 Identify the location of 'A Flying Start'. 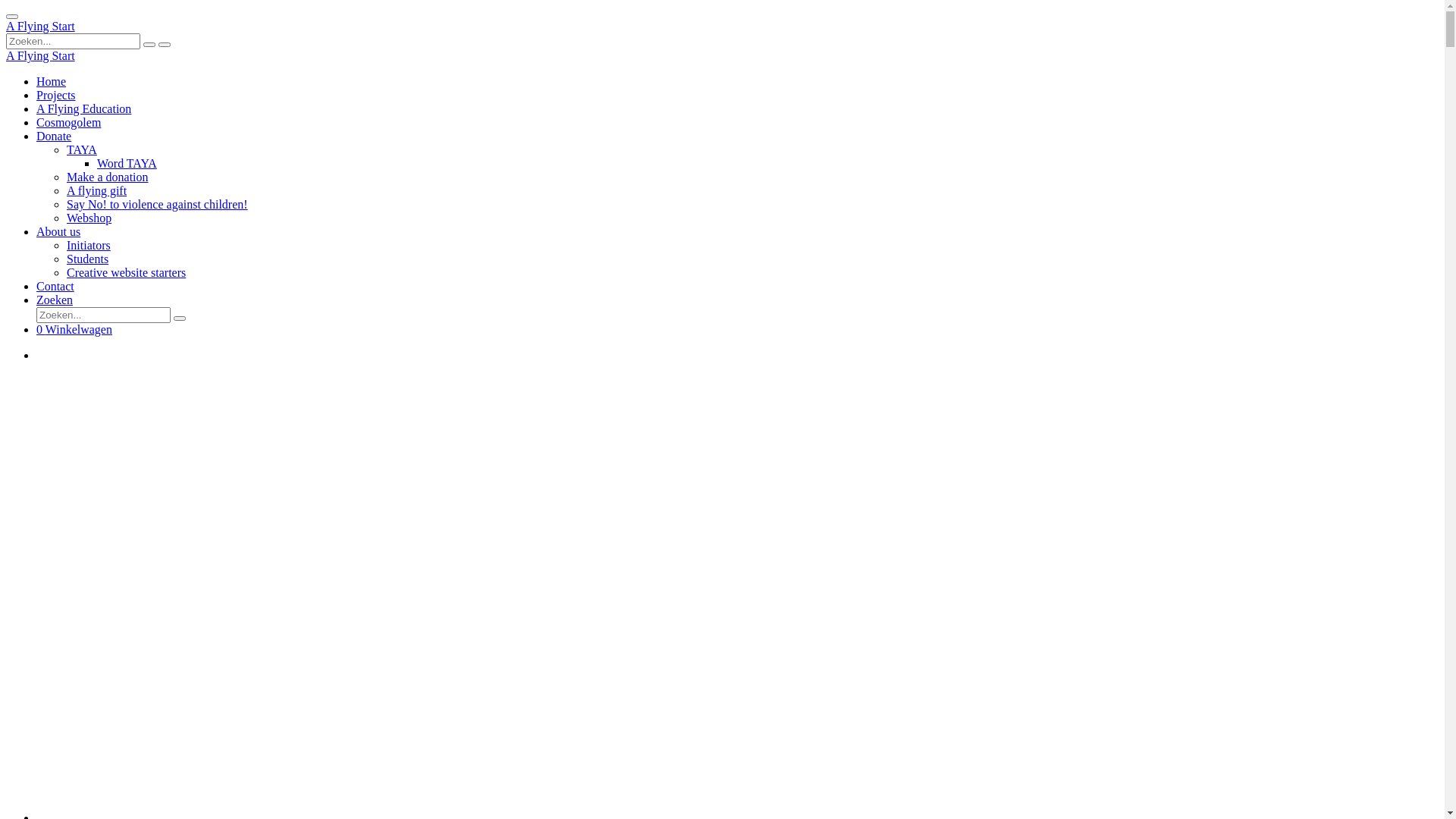
(40, 55).